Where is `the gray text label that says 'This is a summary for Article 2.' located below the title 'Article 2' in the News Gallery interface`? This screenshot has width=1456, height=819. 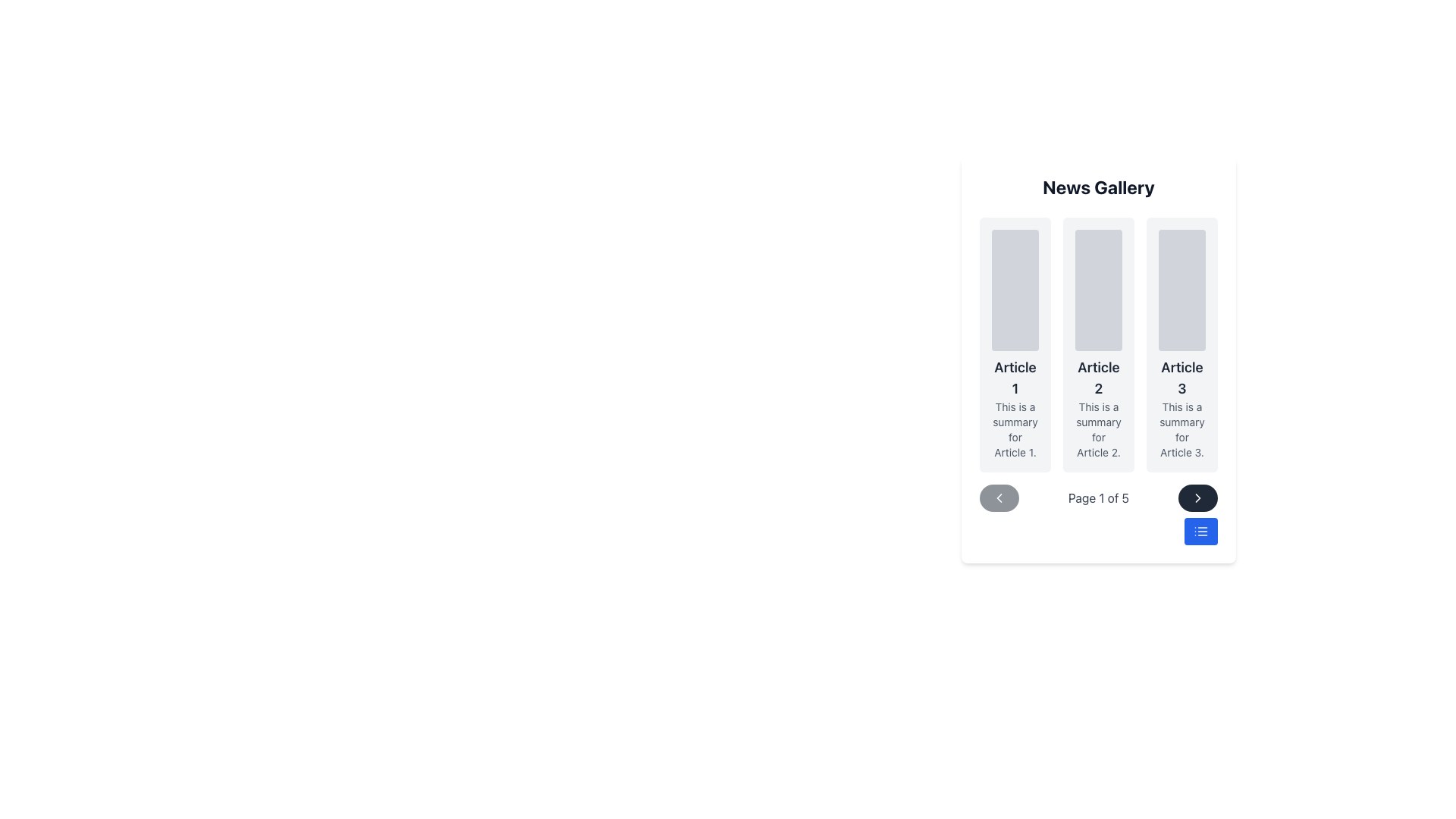 the gray text label that says 'This is a summary for Article 2.' located below the title 'Article 2' in the News Gallery interface is located at coordinates (1099, 430).